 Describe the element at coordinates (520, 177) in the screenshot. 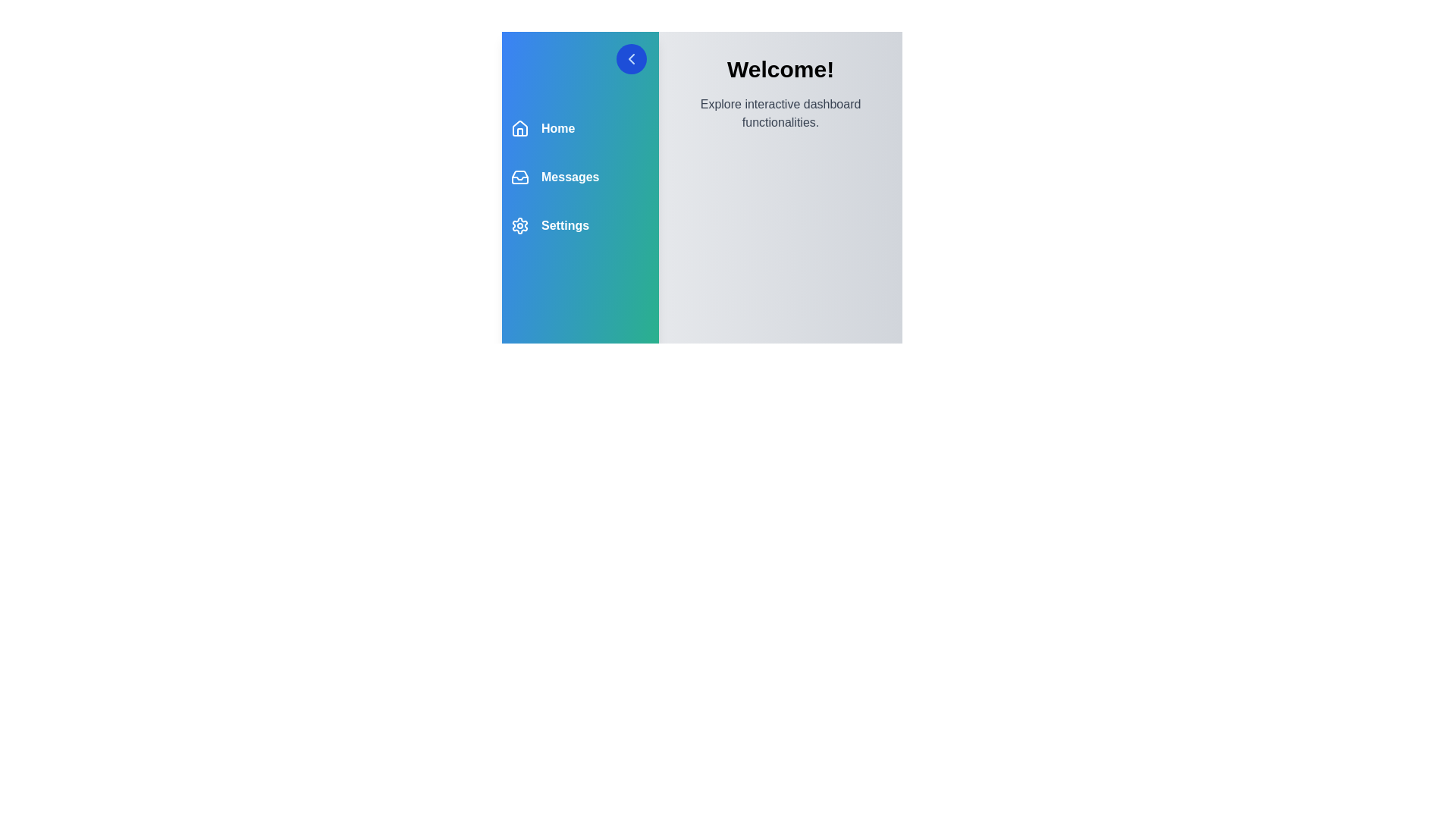

I see `the 'Messages' icon in the sidebar menu` at that location.